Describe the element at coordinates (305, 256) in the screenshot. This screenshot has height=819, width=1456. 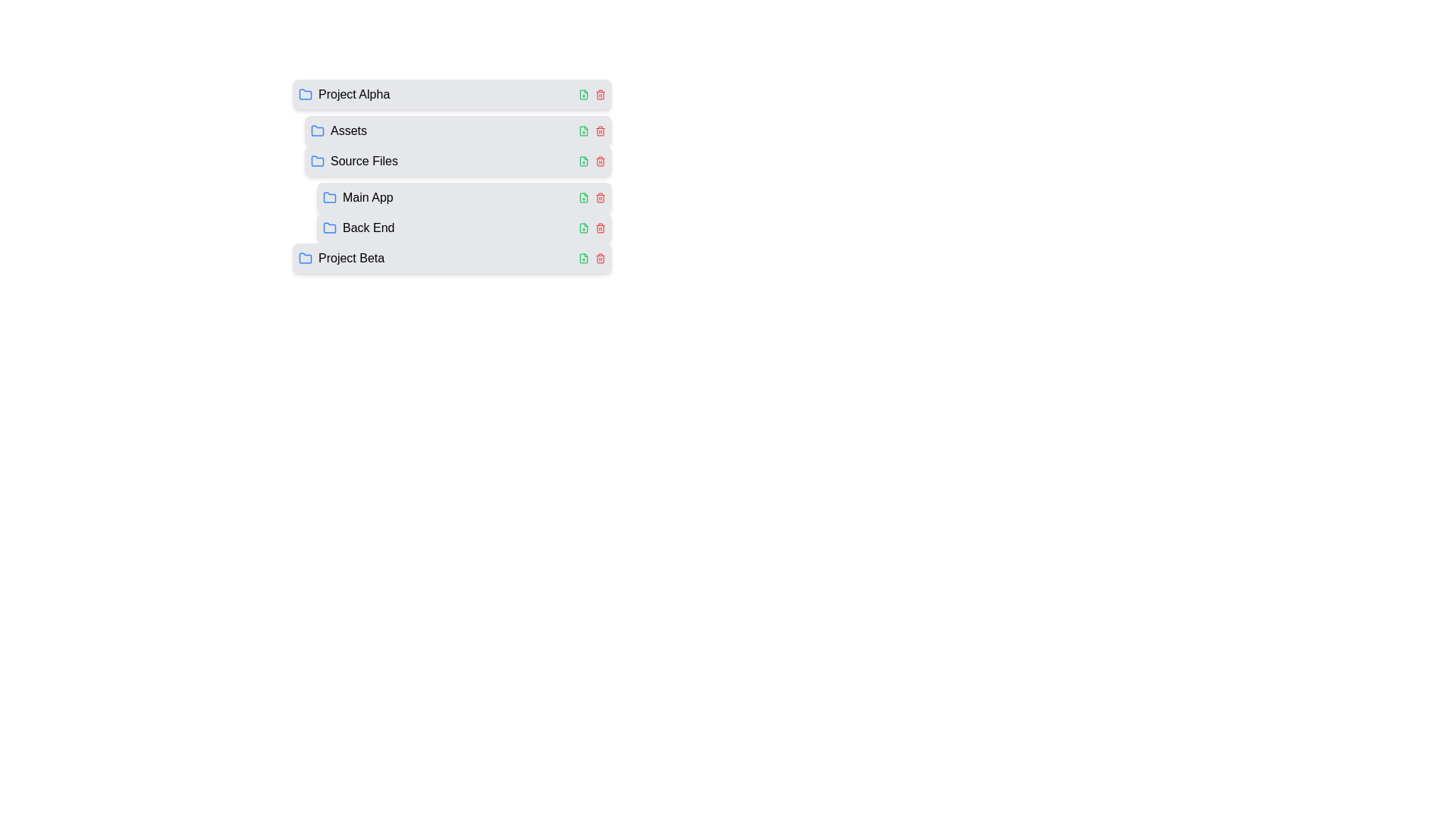
I see `the folder icon representing 'Project Beta'` at that location.